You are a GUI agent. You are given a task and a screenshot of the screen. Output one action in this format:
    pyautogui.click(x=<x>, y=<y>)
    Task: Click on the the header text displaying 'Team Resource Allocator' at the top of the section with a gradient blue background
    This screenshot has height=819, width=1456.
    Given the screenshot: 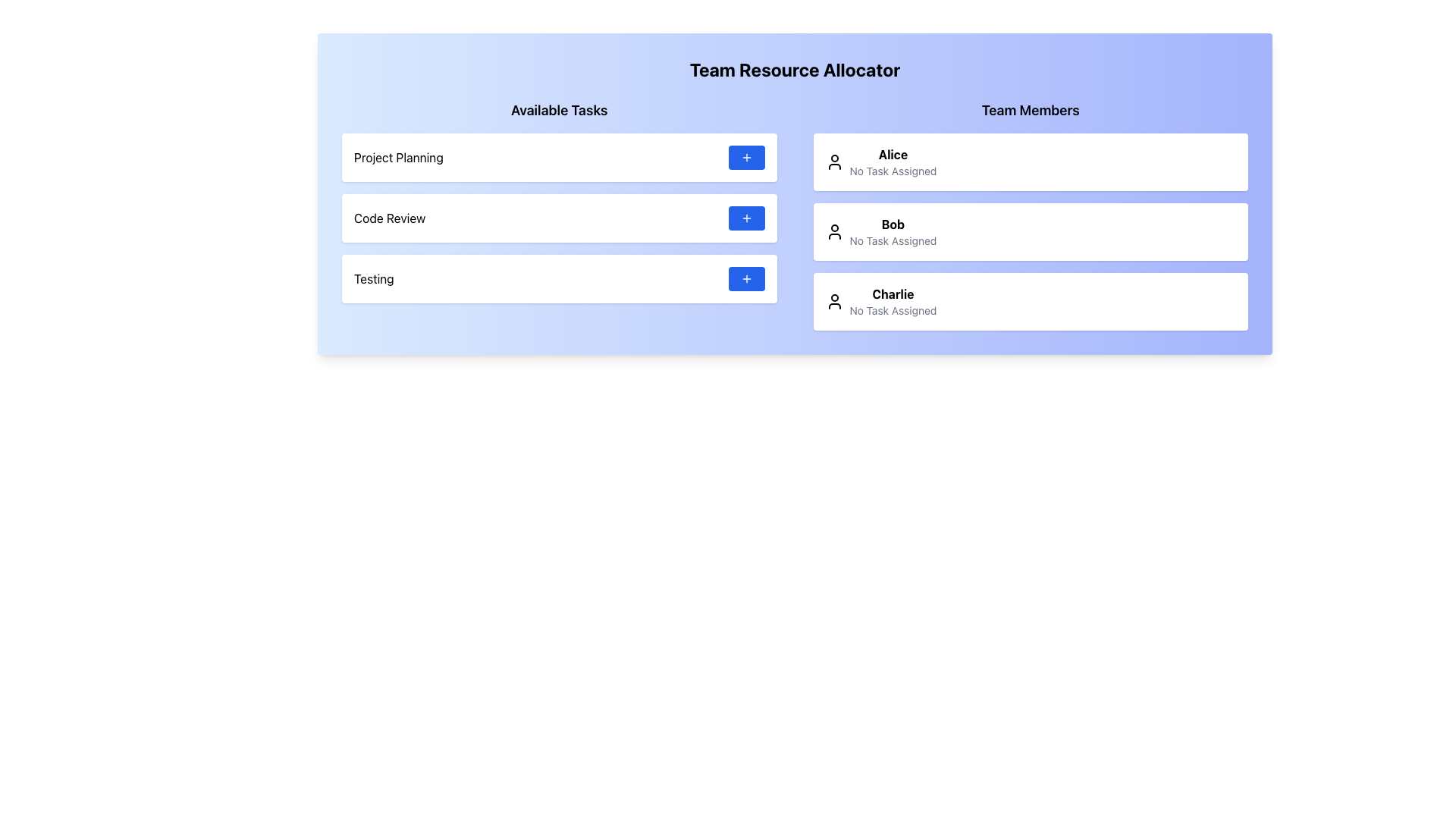 What is the action you would take?
    pyautogui.click(x=794, y=70)
    